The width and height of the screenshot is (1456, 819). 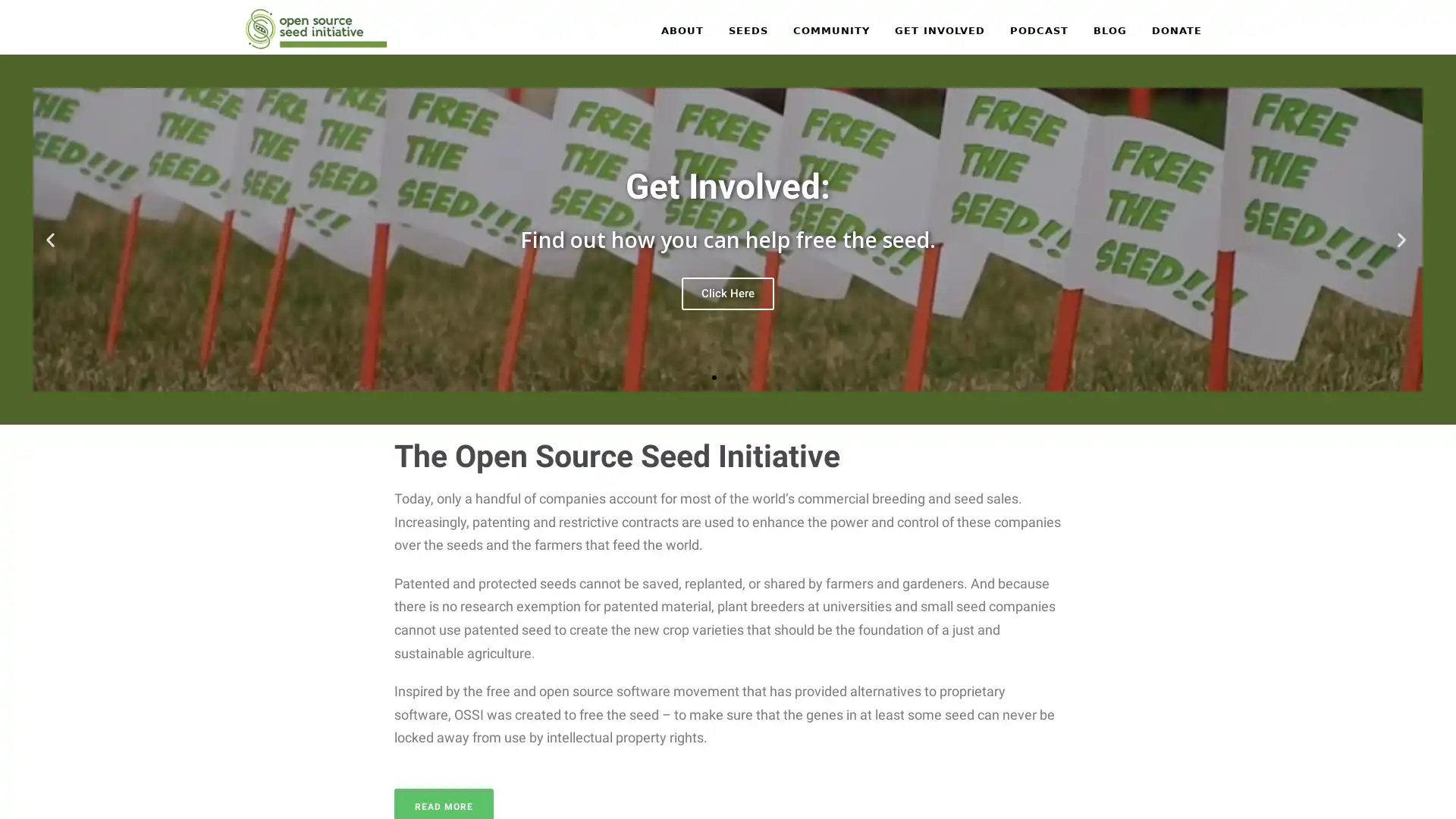 I want to click on Go to slide 2, so click(x=728, y=376).